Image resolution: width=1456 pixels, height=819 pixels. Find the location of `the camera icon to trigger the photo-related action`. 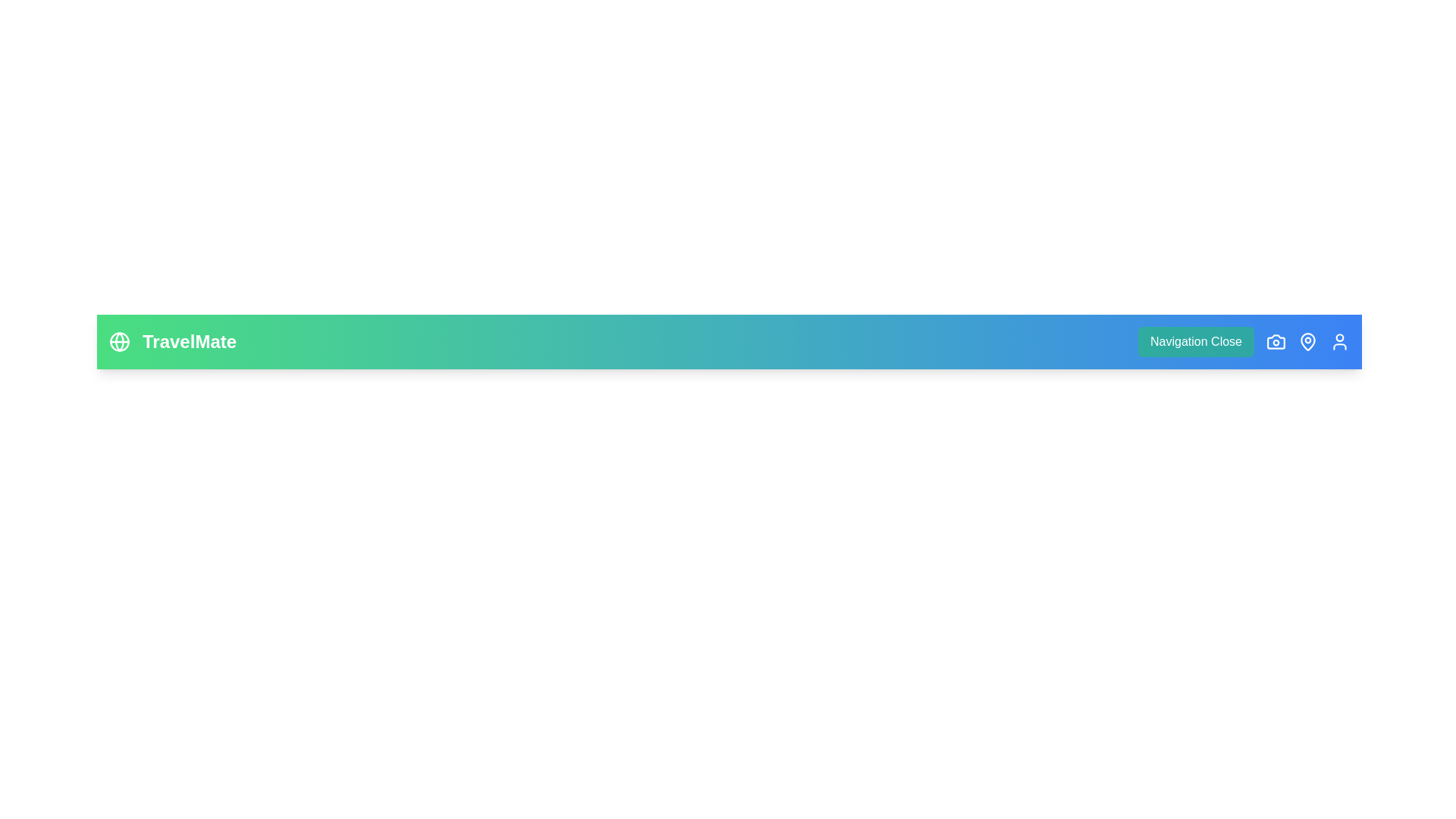

the camera icon to trigger the photo-related action is located at coordinates (1276, 342).